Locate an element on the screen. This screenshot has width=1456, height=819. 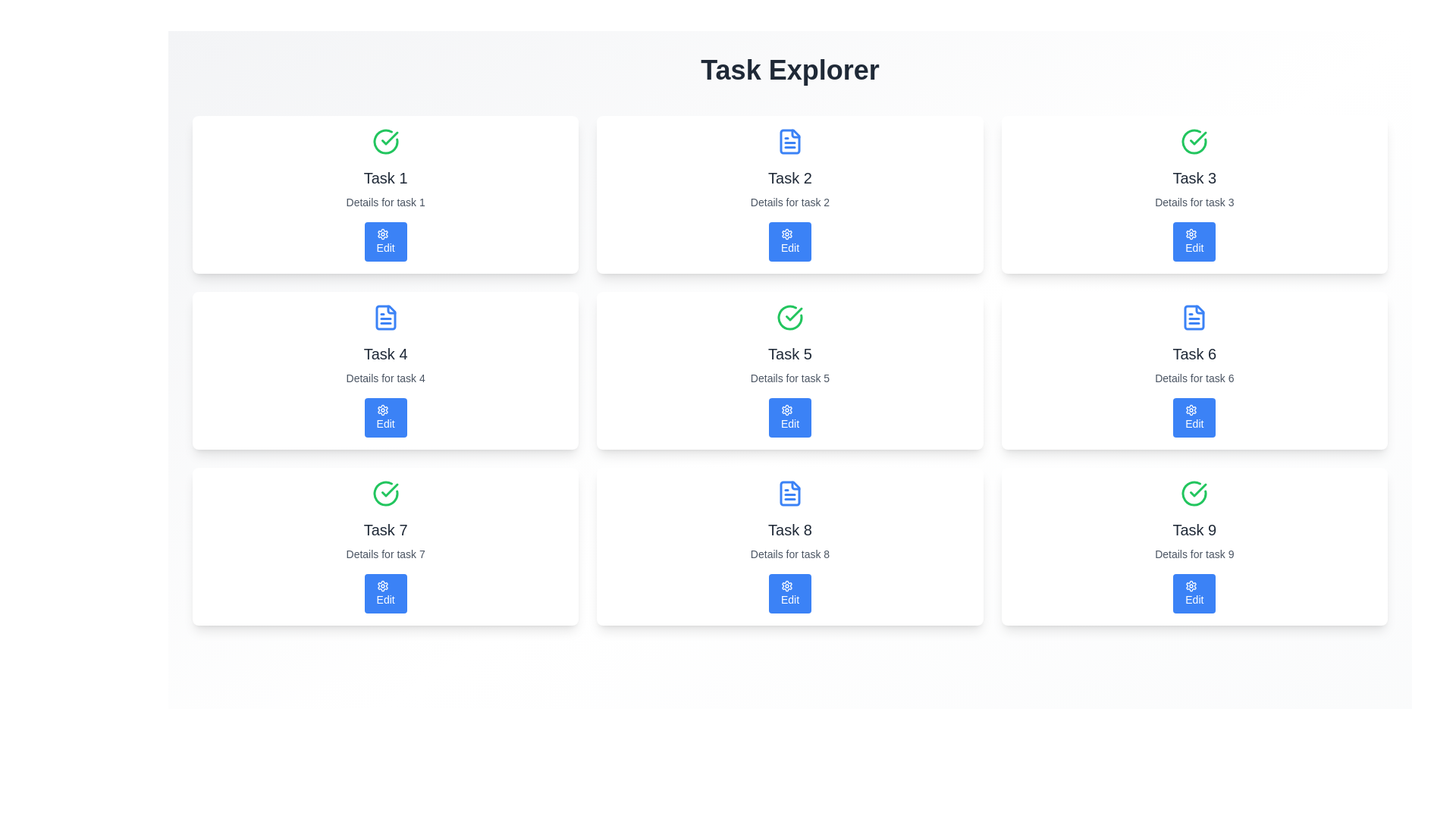
the information represented by the green checkmark icon within a circle, which indicates completion for 'Task 3' is located at coordinates (1197, 138).